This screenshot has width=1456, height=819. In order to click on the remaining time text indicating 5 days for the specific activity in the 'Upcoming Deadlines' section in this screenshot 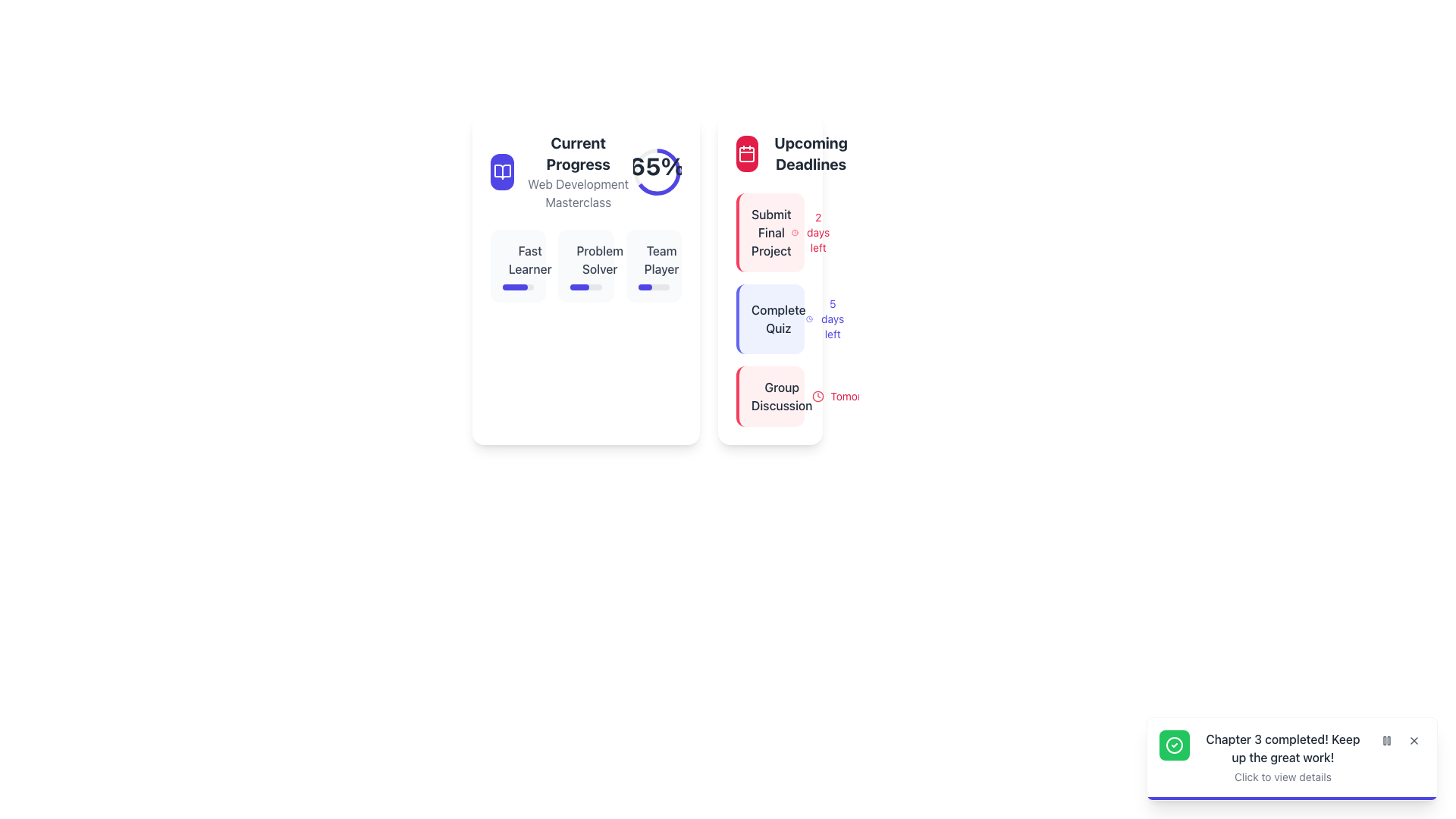, I will do `click(832, 318)`.